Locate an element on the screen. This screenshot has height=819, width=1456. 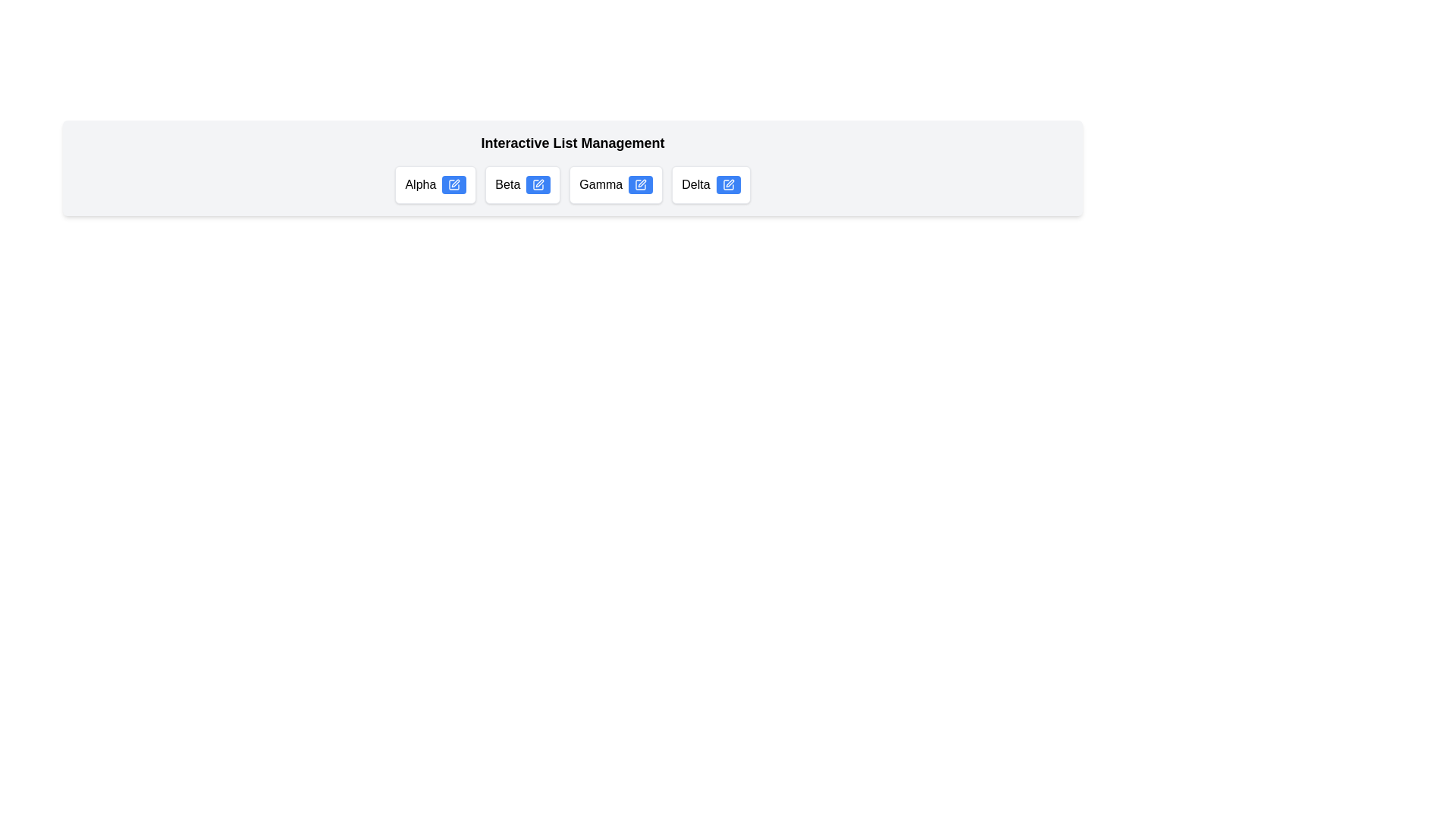
the small pen-like icon located on the right side of the 'Alpha' button to initiate editing of the 'Alpha' entry is located at coordinates (455, 183).